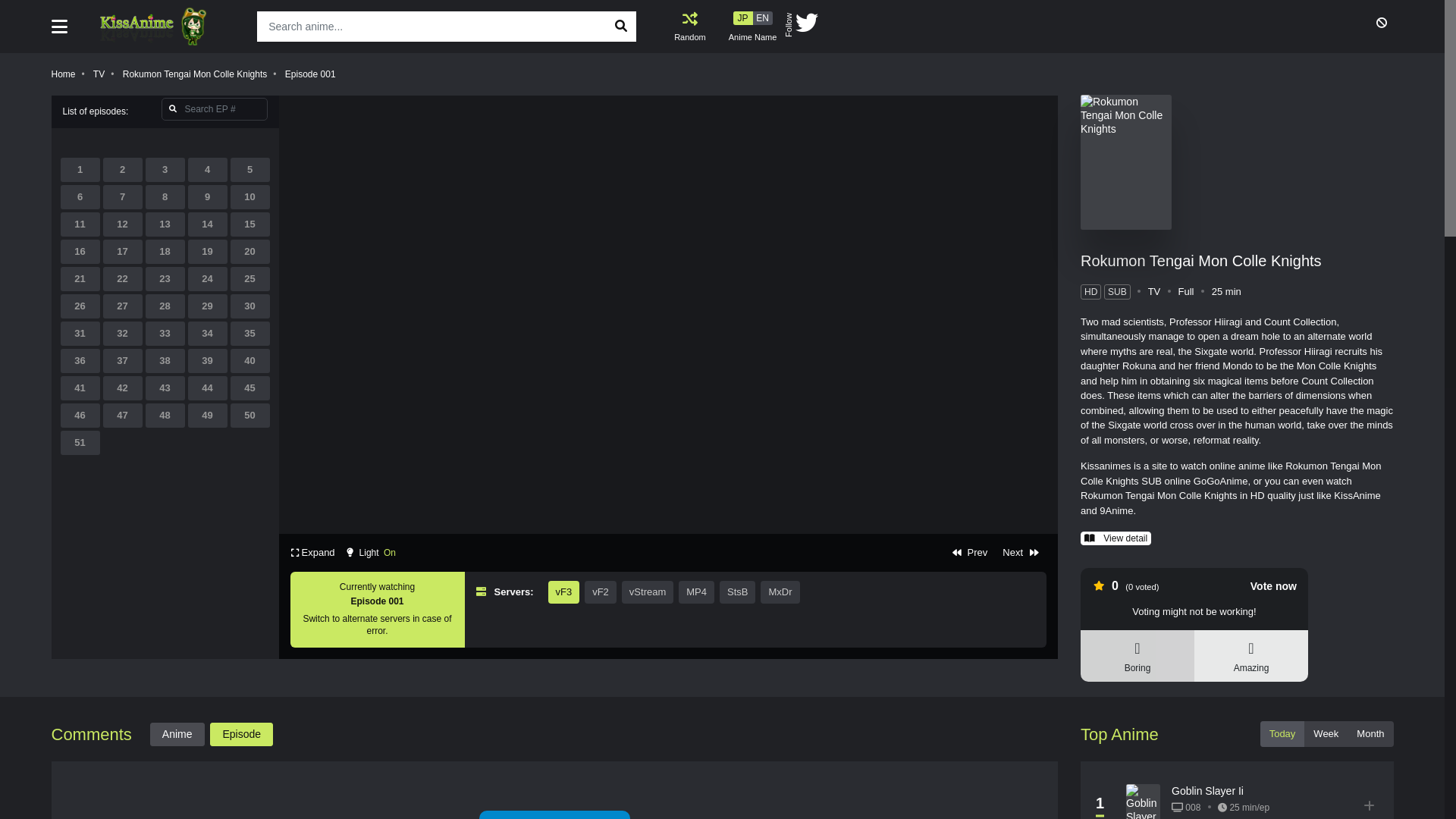 The width and height of the screenshot is (1456, 819). What do you see at coordinates (123, 415) in the screenshot?
I see `'47'` at bounding box center [123, 415].